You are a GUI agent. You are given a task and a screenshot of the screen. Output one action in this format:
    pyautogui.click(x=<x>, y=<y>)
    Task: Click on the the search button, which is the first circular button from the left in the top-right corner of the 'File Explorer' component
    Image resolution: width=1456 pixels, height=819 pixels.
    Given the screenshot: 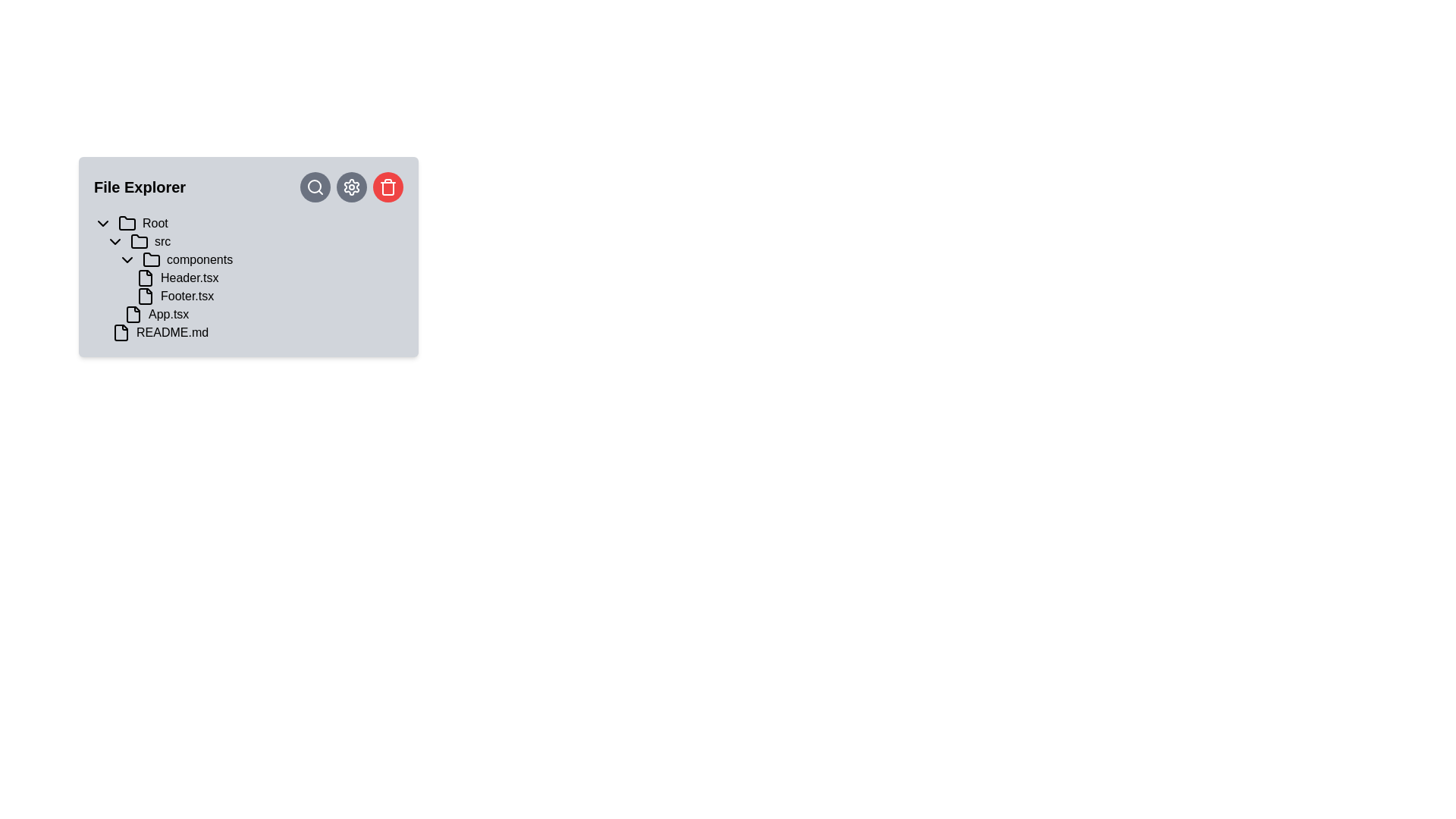 What is the action you would take?
    pyautogui.click(x=315, y=186)
    